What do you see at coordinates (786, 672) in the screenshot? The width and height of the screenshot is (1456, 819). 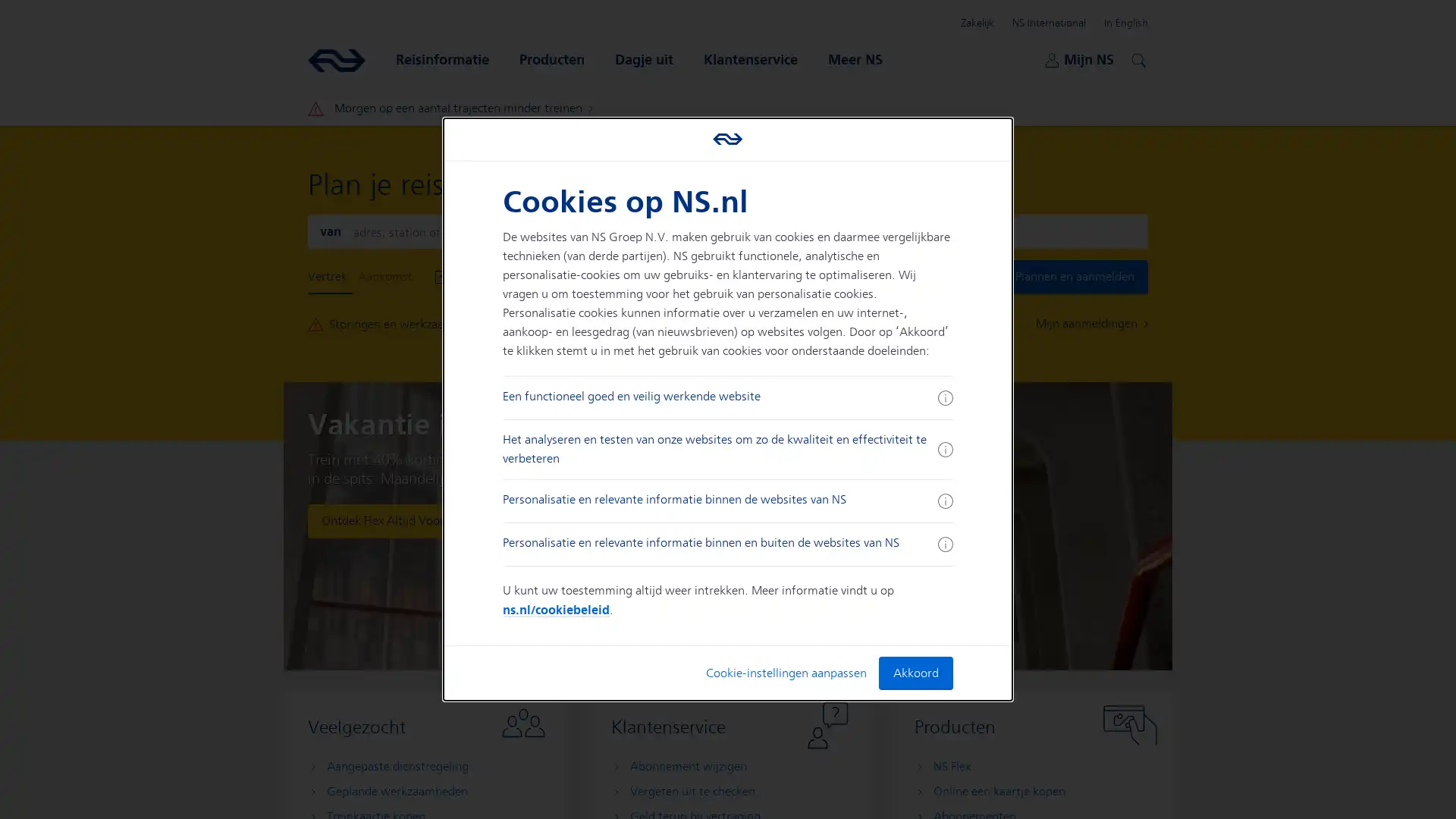 I see `Cookie-instellingen aanpassen` at bounding box center [786, 672].